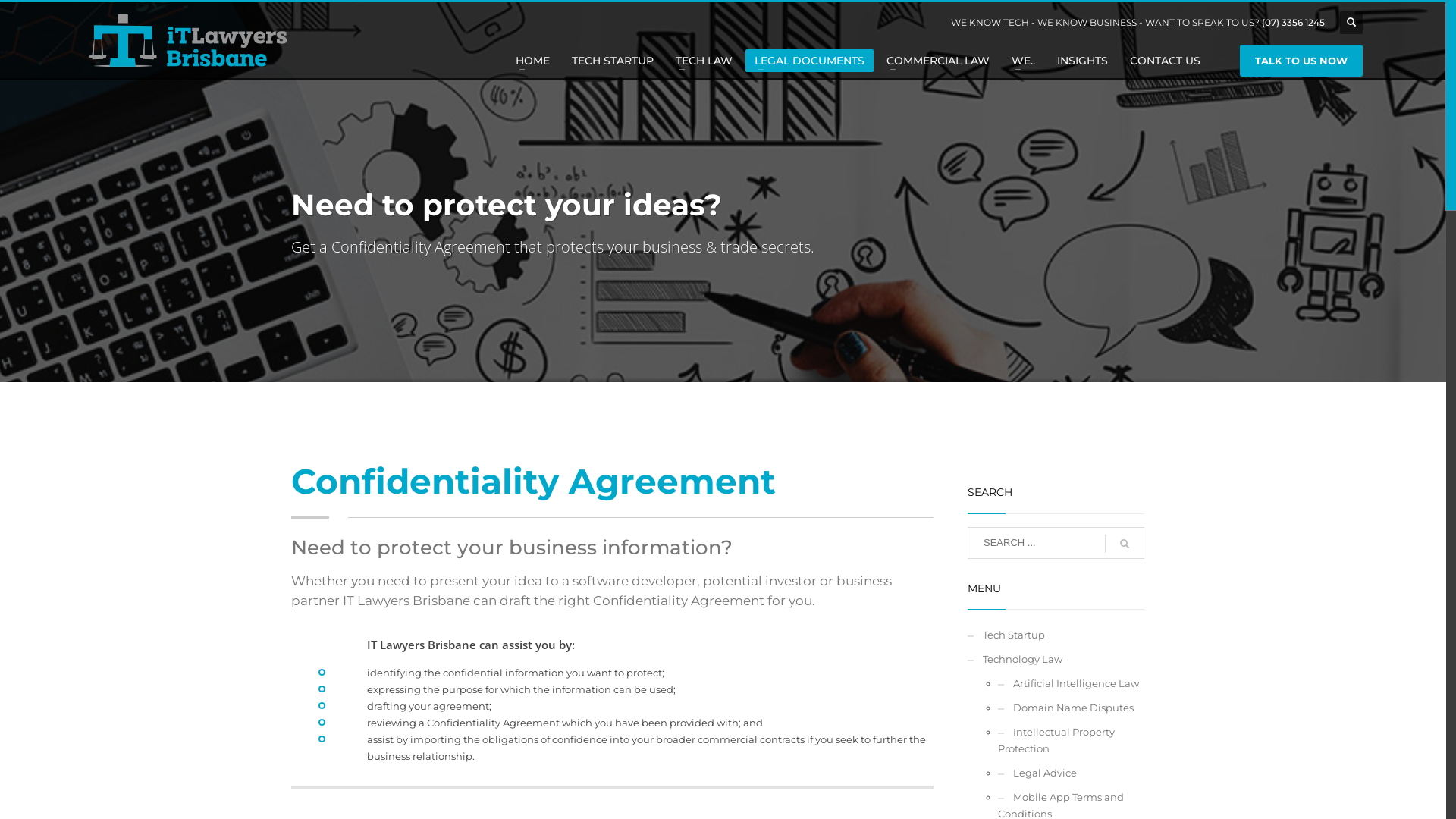 This screenshot has height=819, width=1456. Describe the element at coordinates (997, 739) in the screenshot. I see `'Intellectual Property Protection'` at that location.